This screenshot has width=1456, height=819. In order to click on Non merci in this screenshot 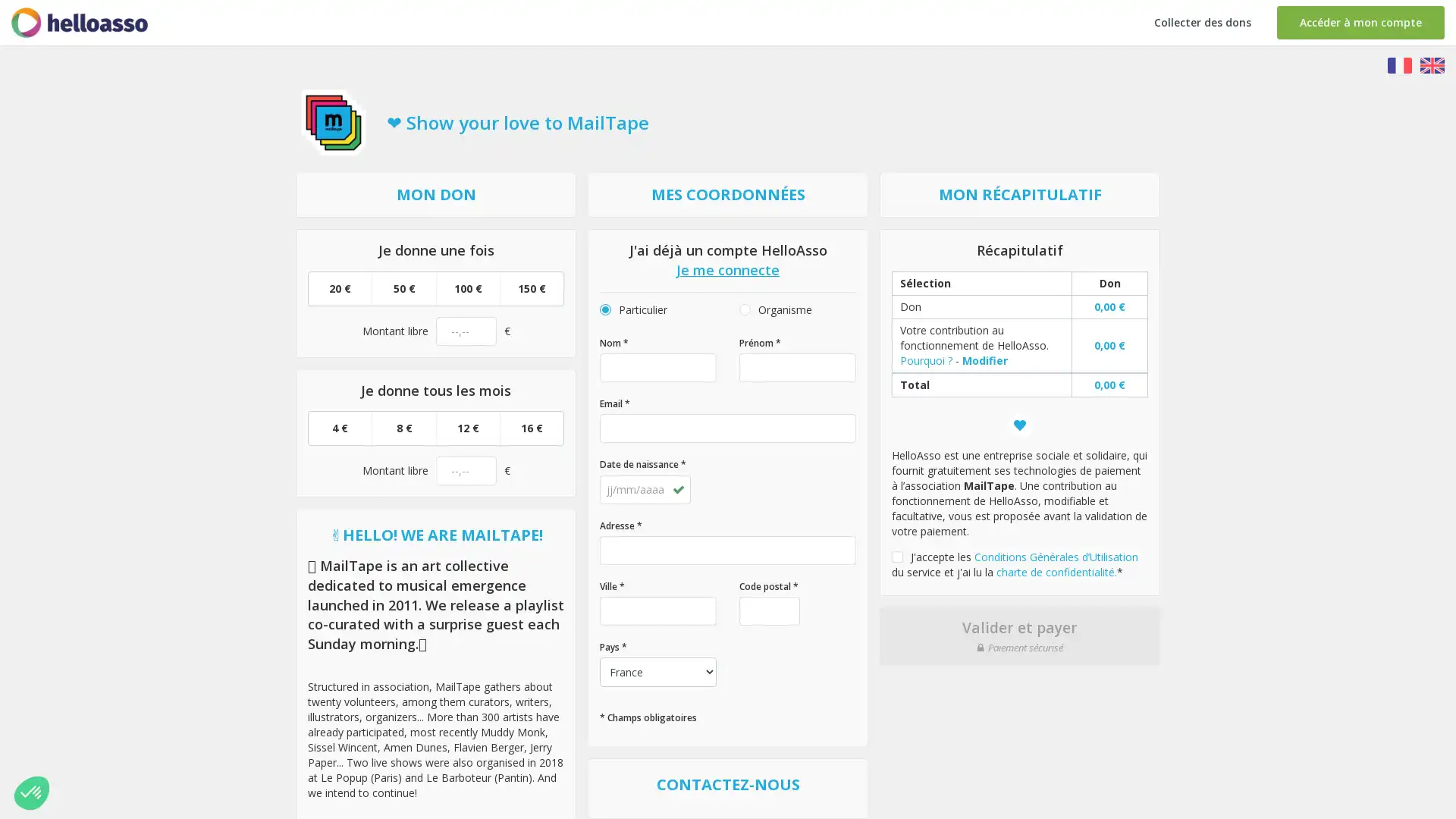, I will do `click(32, 792)`.